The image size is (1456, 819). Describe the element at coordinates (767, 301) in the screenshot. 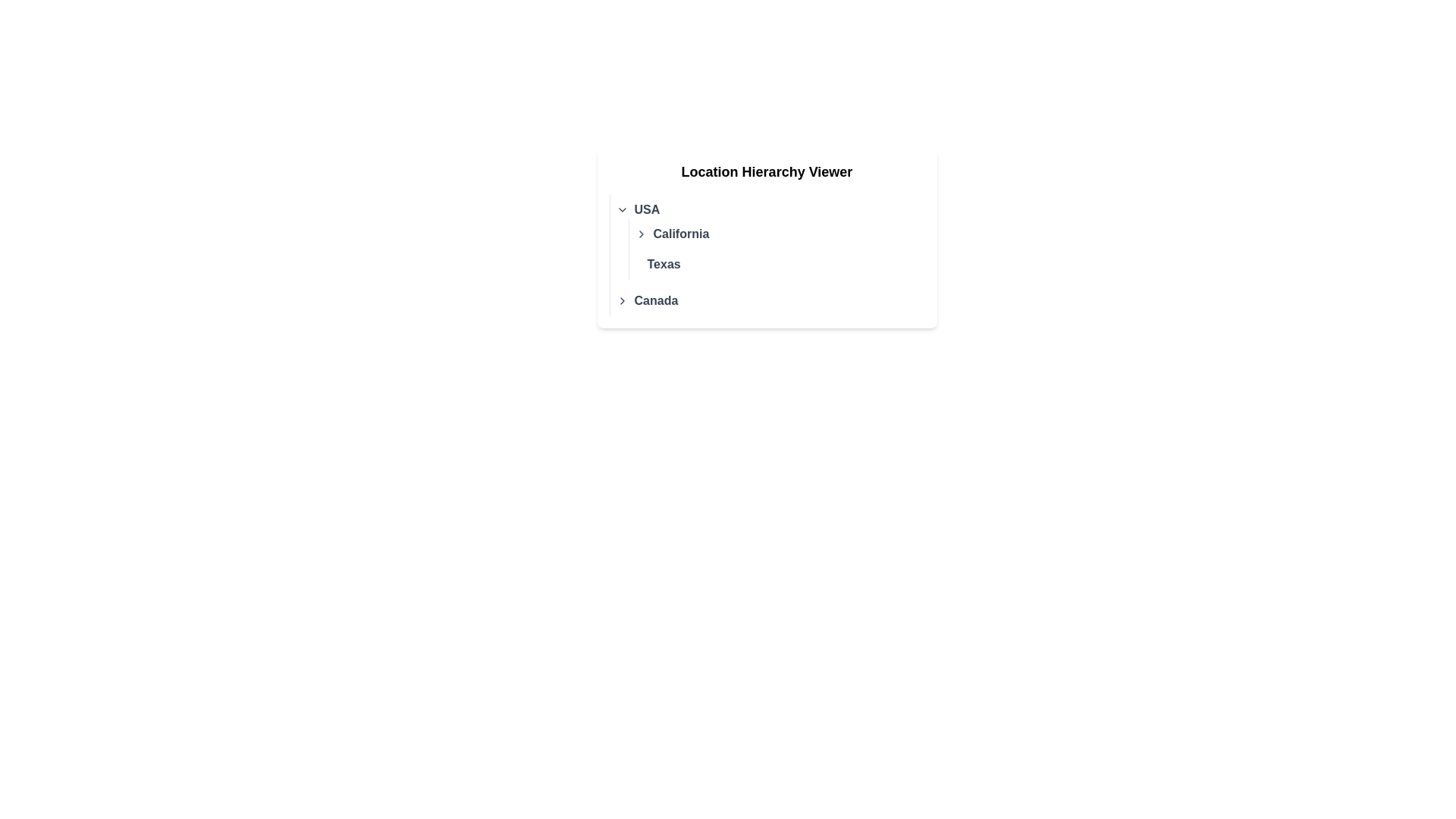

I see `the list item representing 'Canada' in the hierarchical list` at that location.